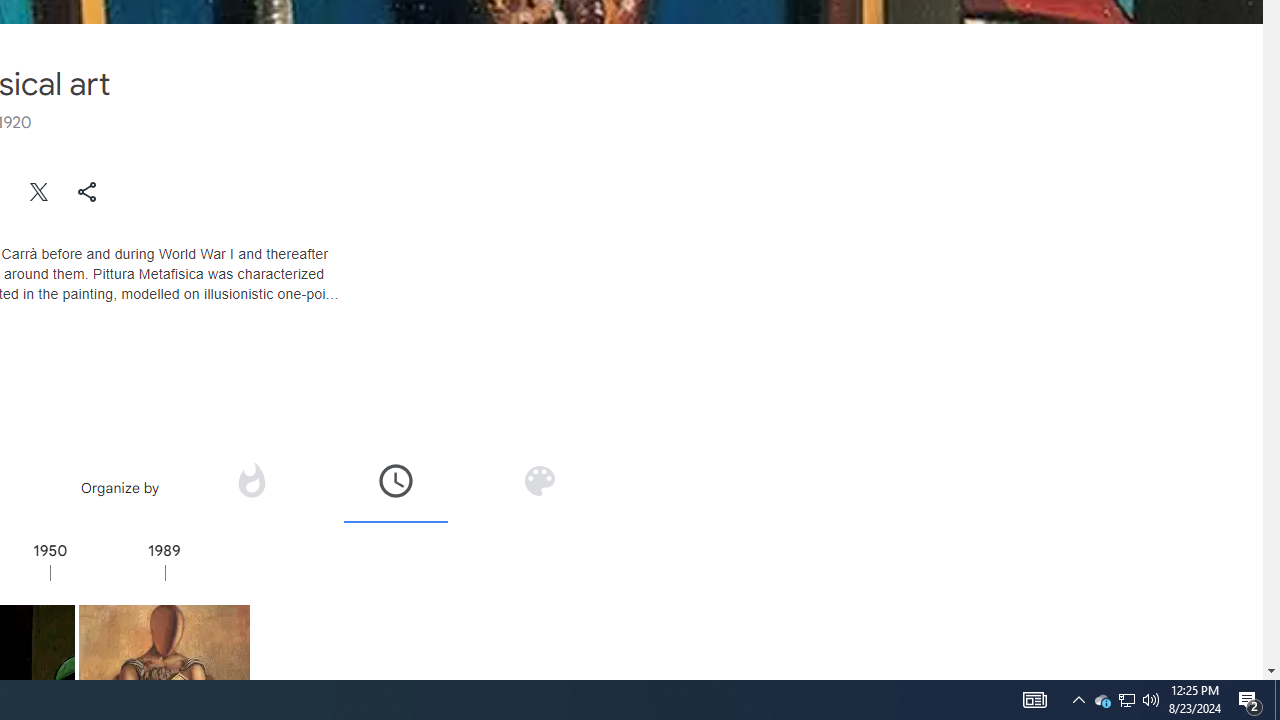 Image resolution: width=1280 pixels, height=720 pixels. I want to click on 'Organize by color', so click(538, 487).